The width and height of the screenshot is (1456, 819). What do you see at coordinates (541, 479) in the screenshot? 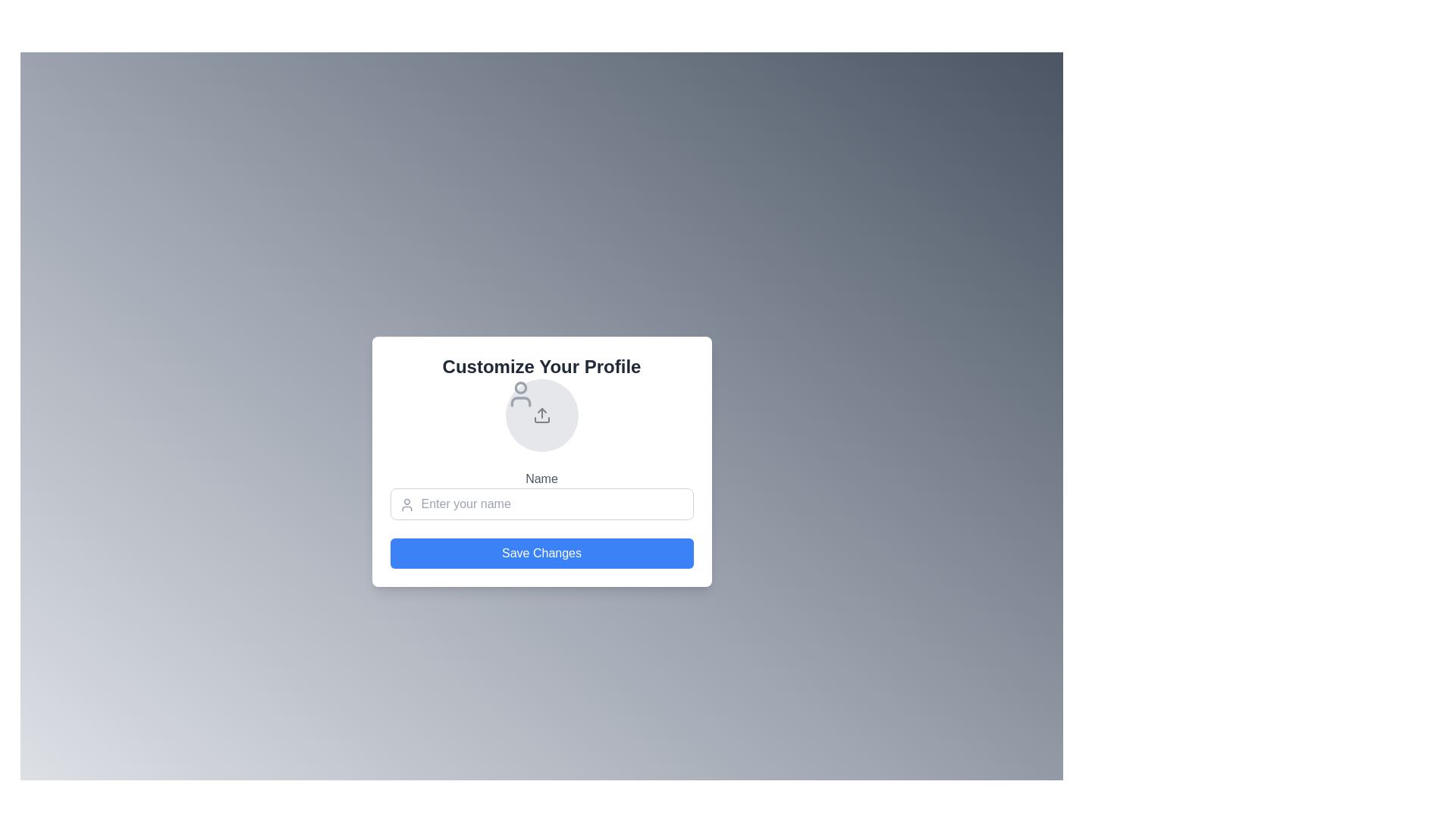
I see `the text label that provides context for the 'Enter your name' input field, located directly above it within the modal window` at bounding box center [541, 479].